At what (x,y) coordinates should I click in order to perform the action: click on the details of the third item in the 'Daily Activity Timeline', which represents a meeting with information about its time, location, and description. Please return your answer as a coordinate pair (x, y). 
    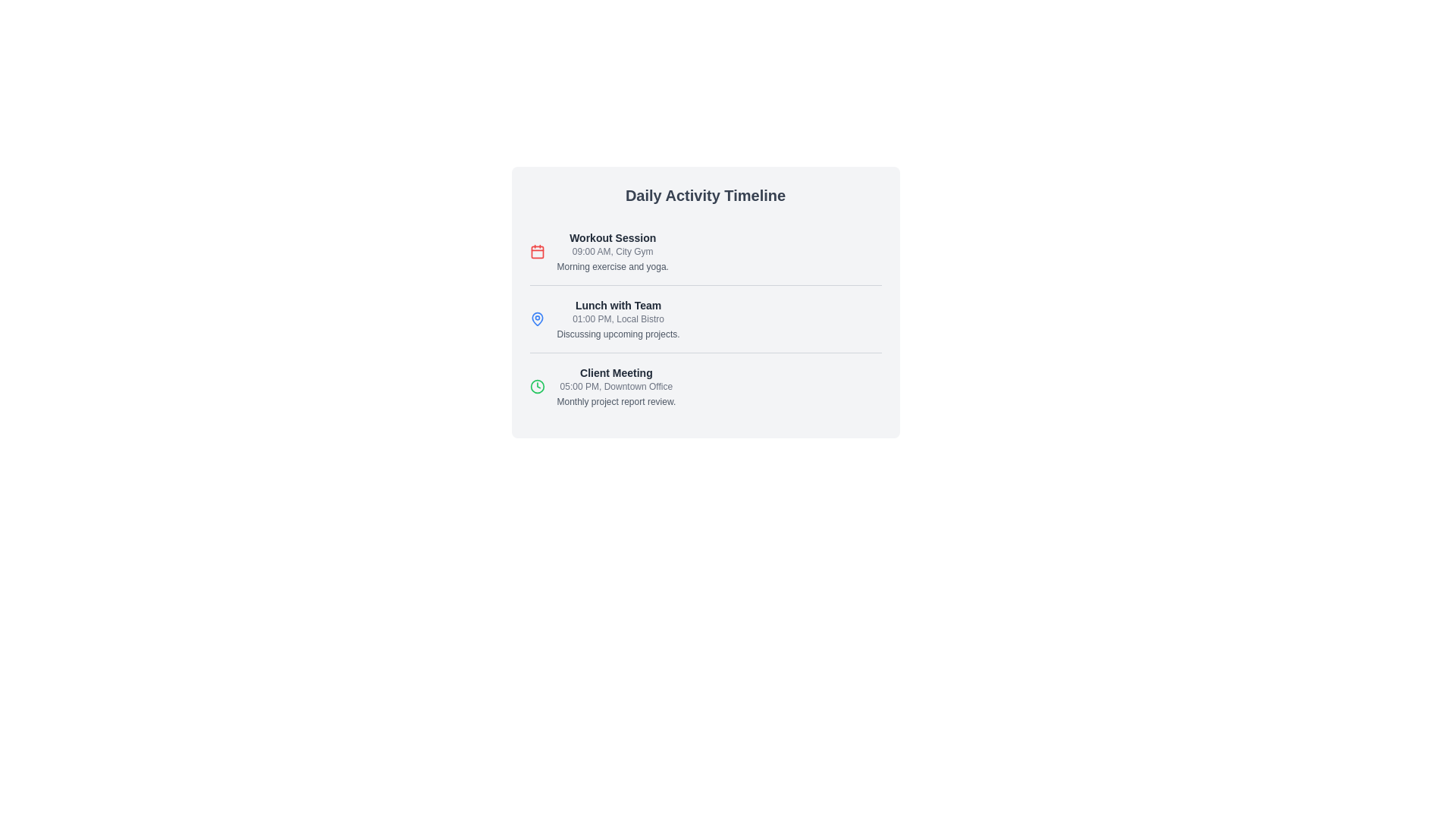
    Looking at the image, I should click on (704, 385).